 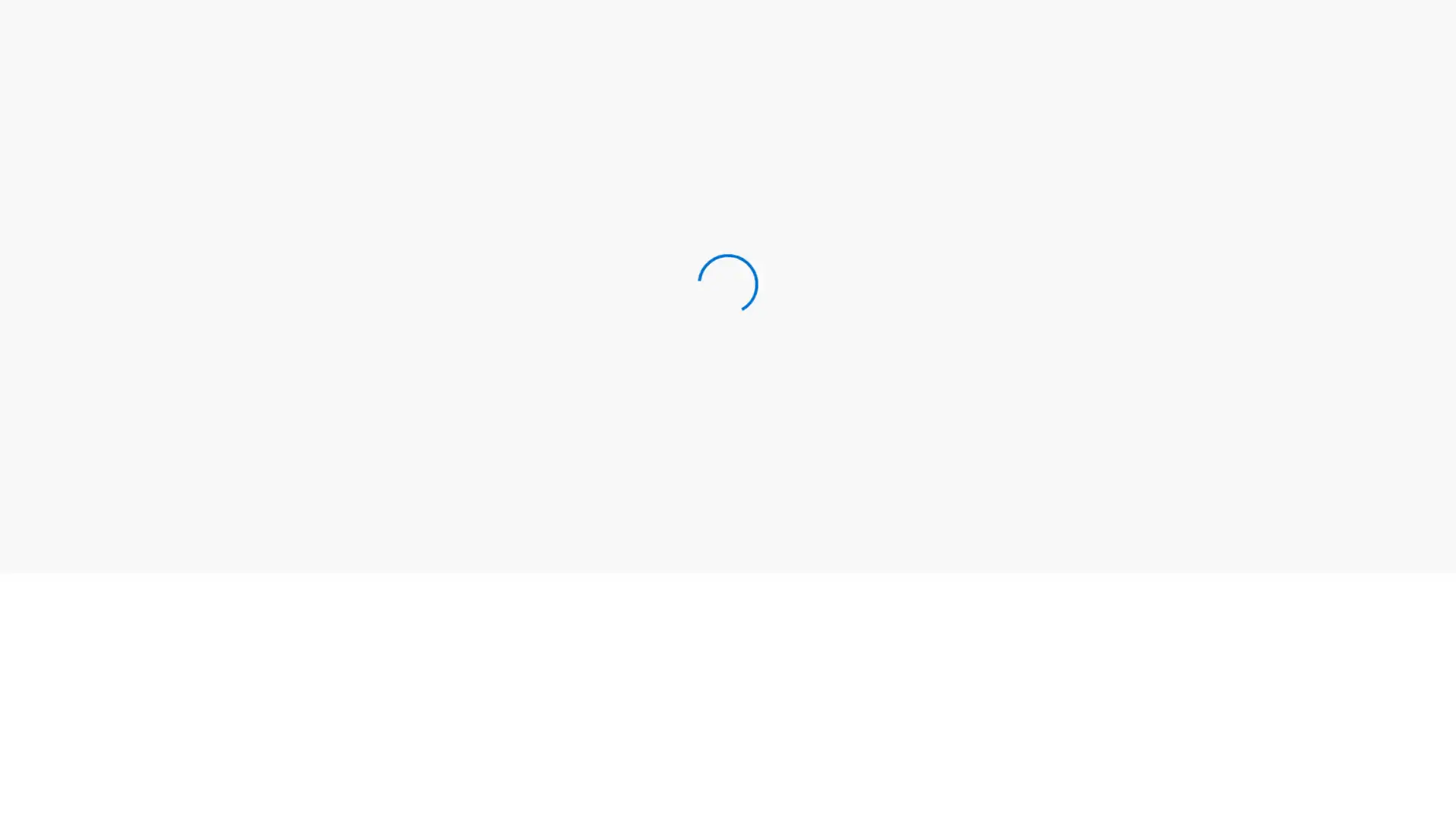 I want to click on Create a Username, so click(x=377, y=283).